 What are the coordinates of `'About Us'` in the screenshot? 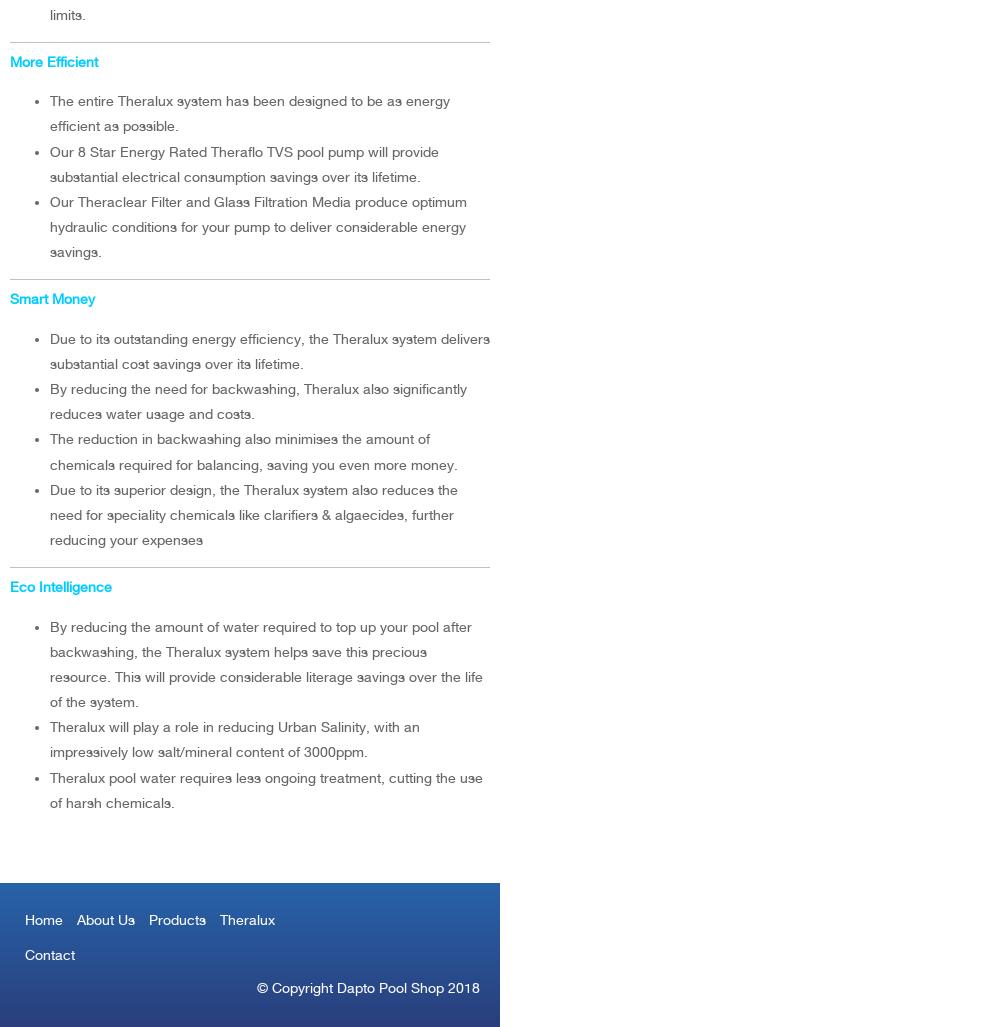 It's located at (105, 919).